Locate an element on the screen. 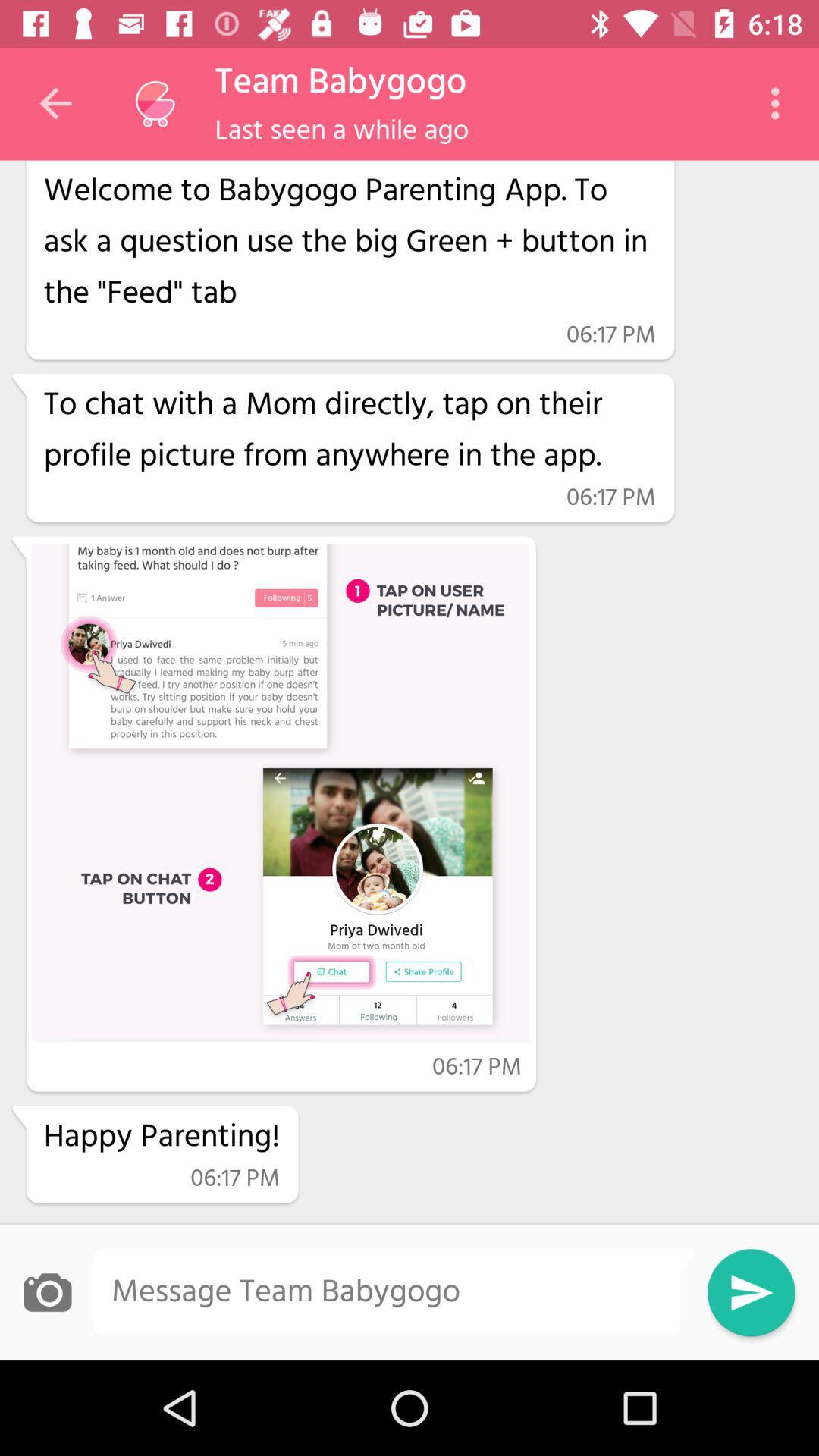 This screenshot has height=1456, width=819. message send play button is located at coordinates (751, 1291).